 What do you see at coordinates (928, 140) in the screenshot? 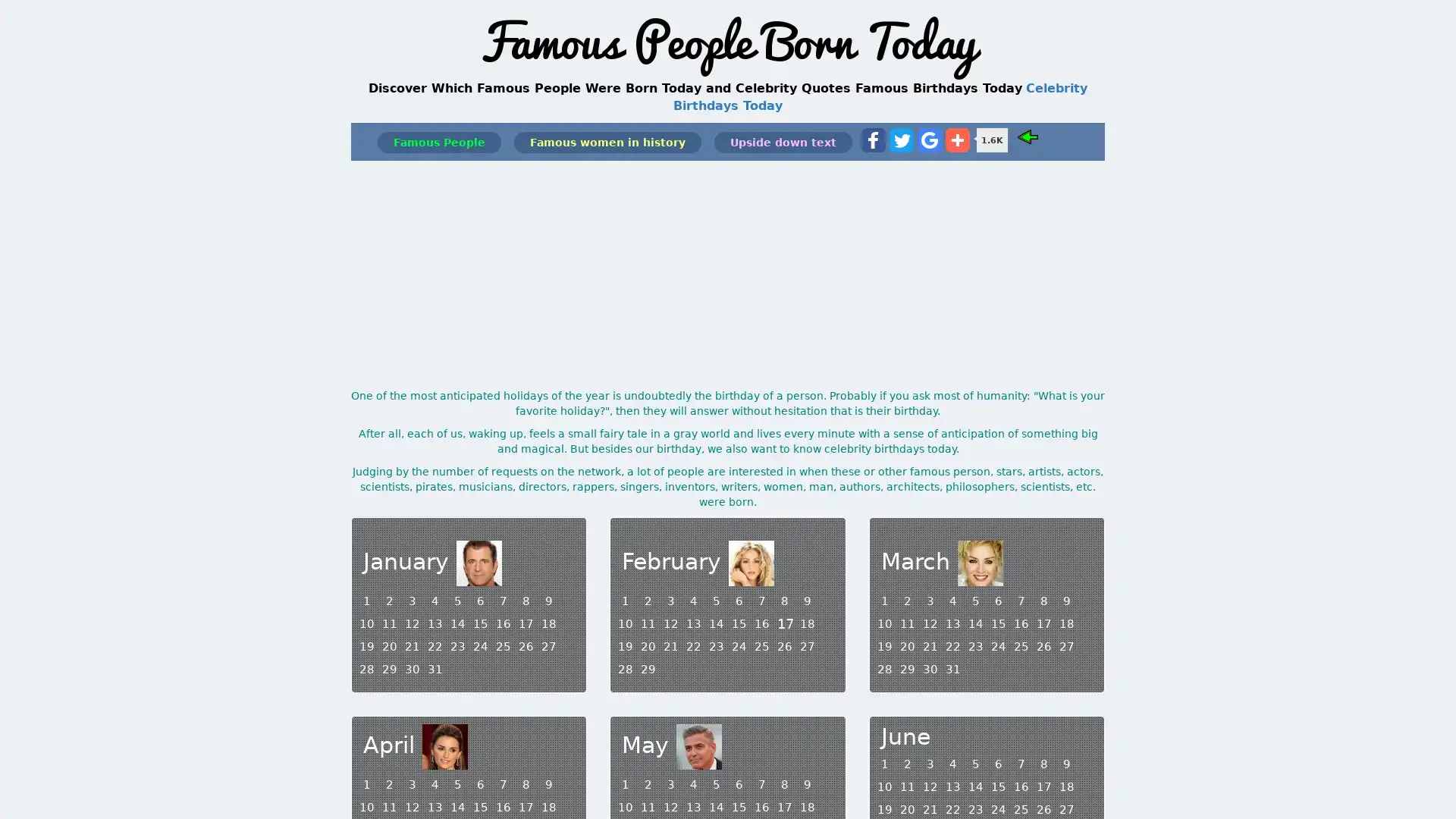
I see `Share to Google Bookmark` at bounding box center [928, 140].